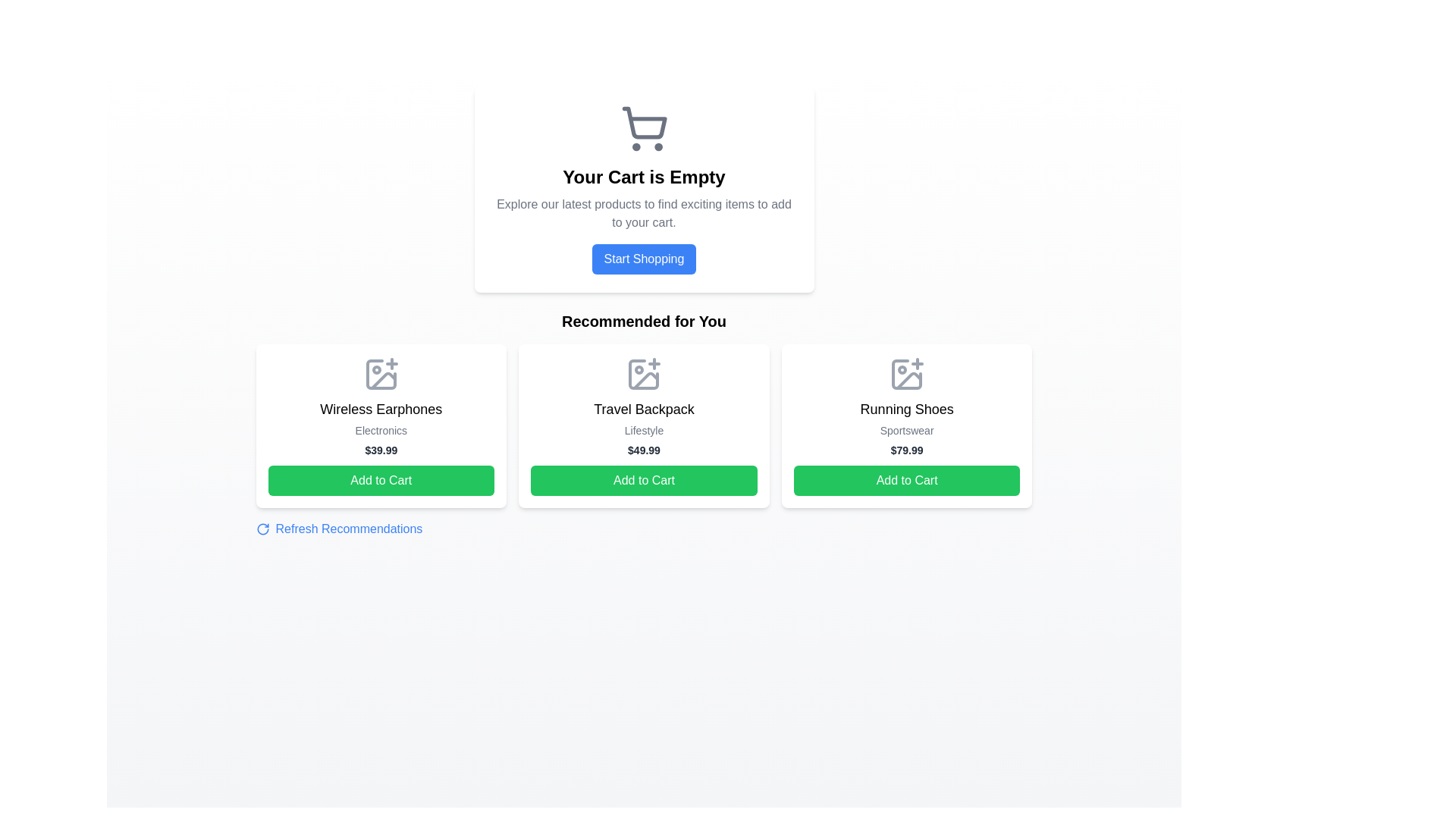 The width and height of the screenshot is (1456, 819). I want to click on the SVG-based icon representing the Travel Backpack located in the top-left corner of its card under the 'Recommended for You' section, so click(644, 374).